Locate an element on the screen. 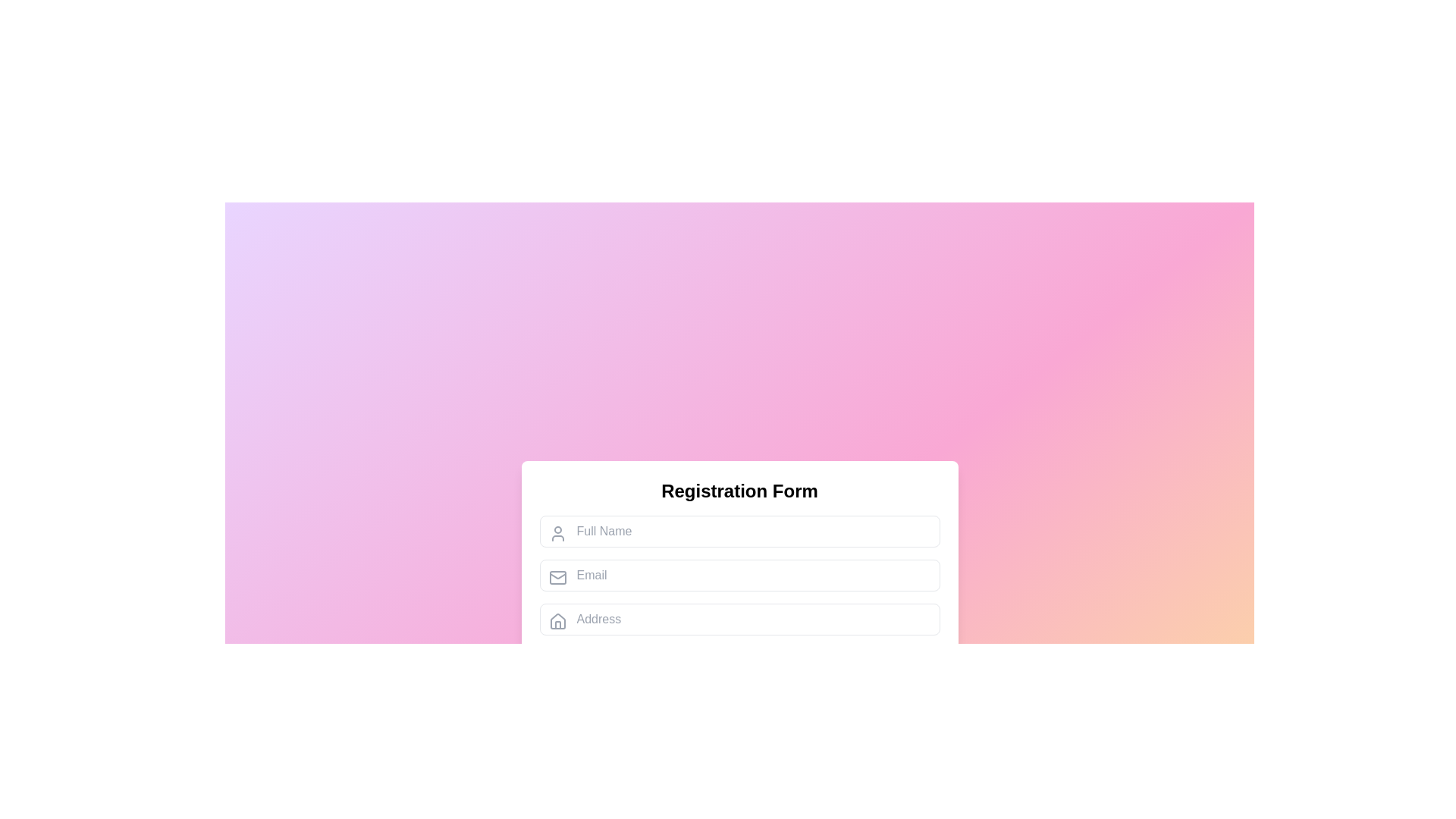 The image size is (1456, 819). the small house-shaped icon with a gray stroke color located at the far-left side of the address input field is located at coordinates (557, 621).